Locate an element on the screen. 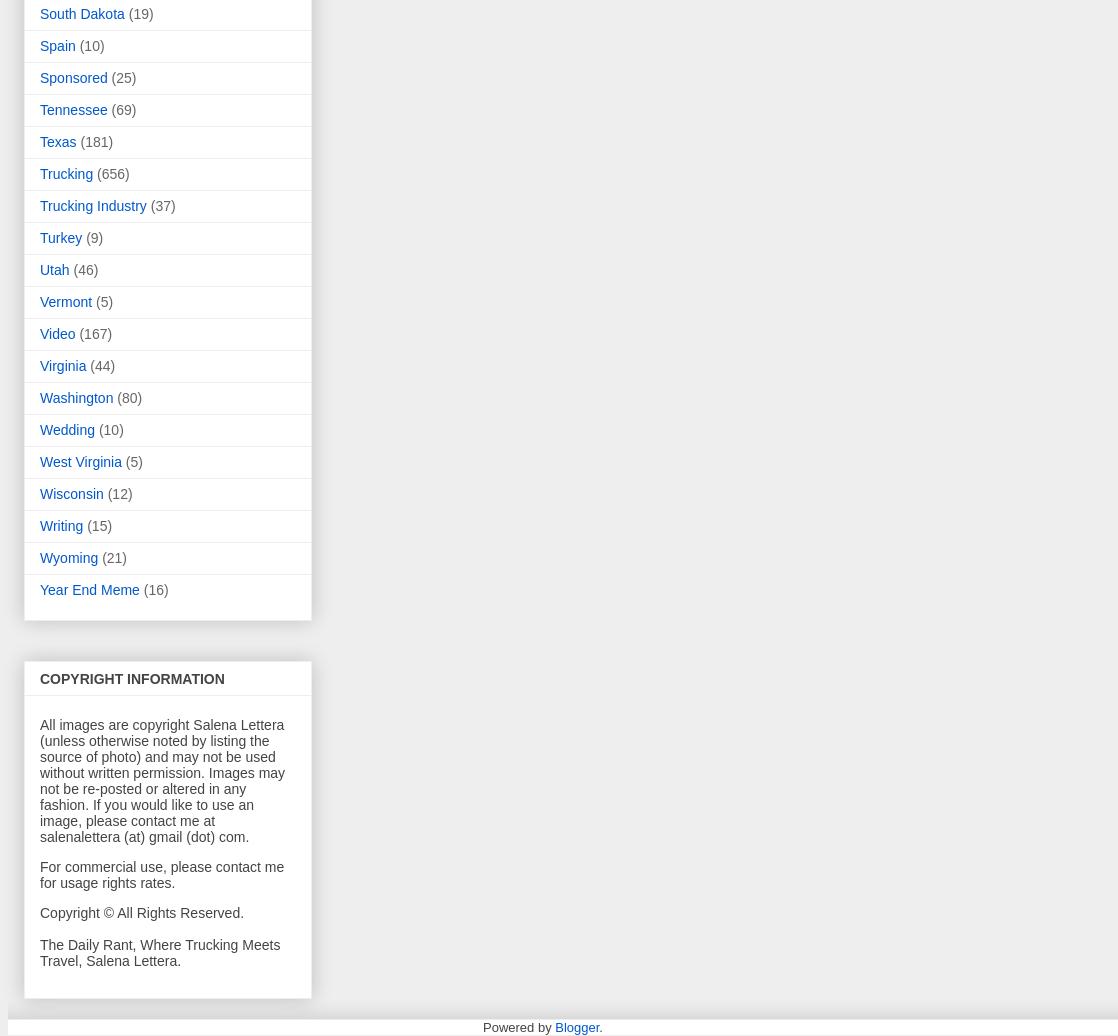 The height and width of the screenshot is (1036, 1118). 'Sponsored' is located at coordinates (73, 78).